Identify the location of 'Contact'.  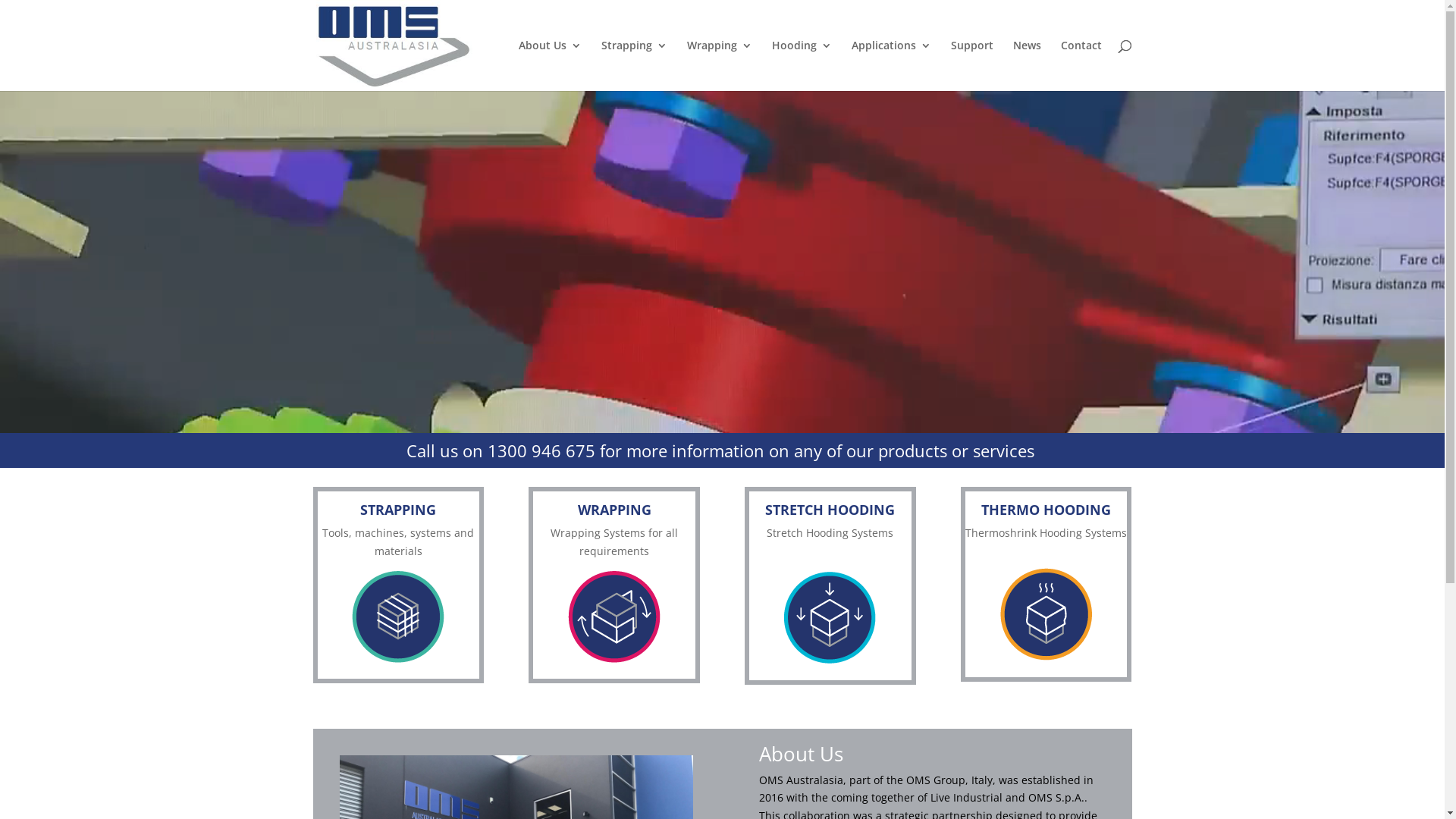
(1080, 64).